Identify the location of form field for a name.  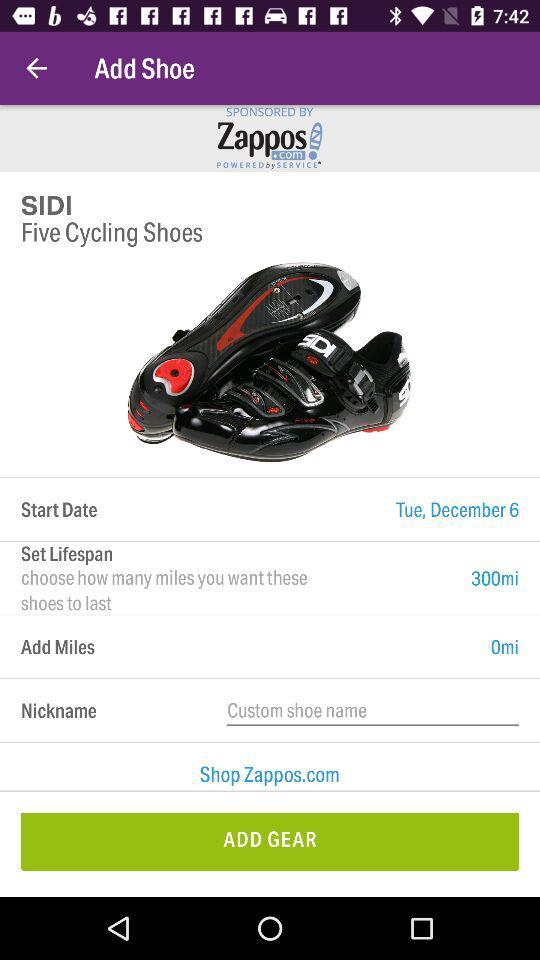
(373, 710).